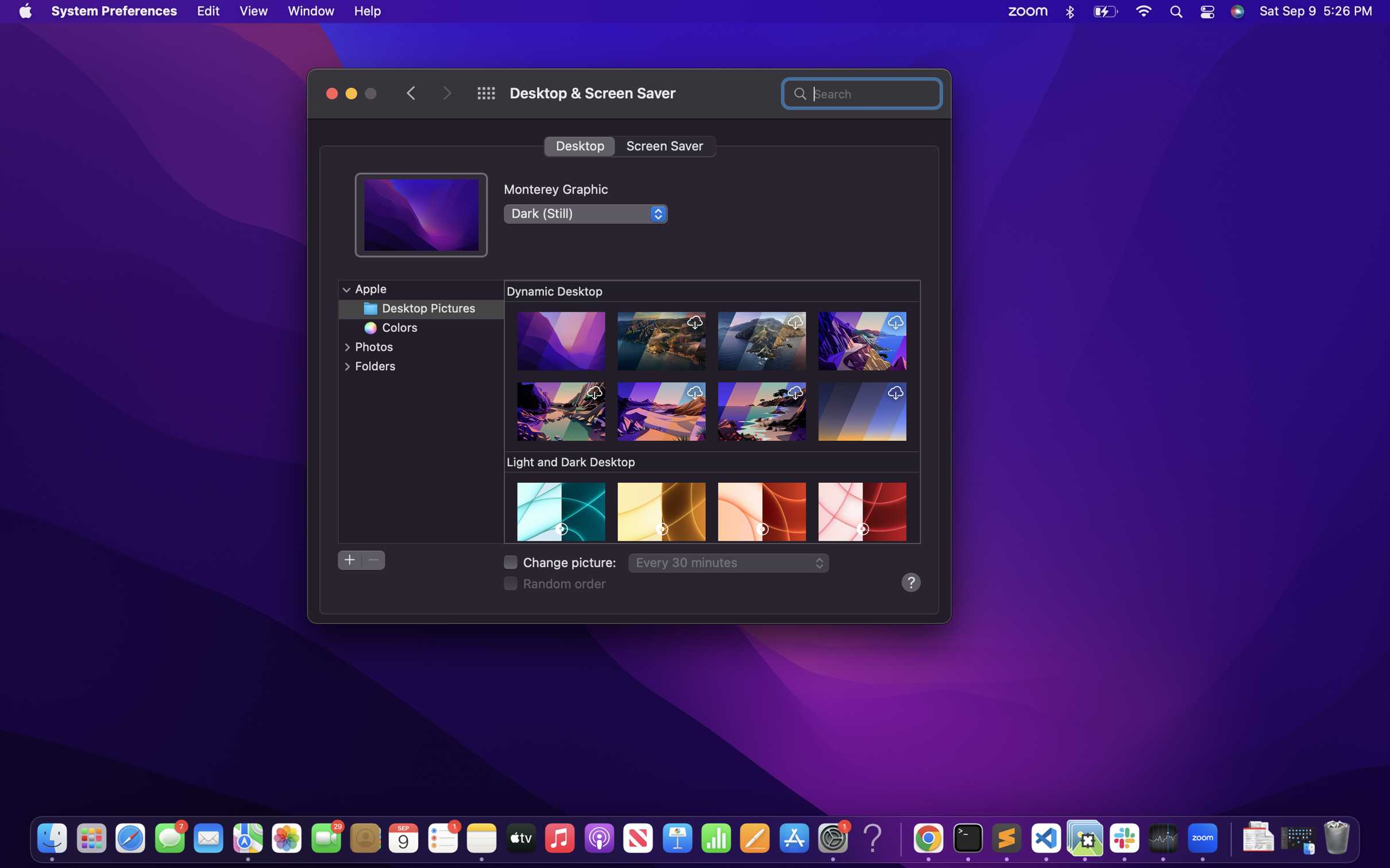 This screenshot has height=868, width=1390. Describe the element at coordinates (346, 289) in the screenshot. I see `the option settings` at that location.